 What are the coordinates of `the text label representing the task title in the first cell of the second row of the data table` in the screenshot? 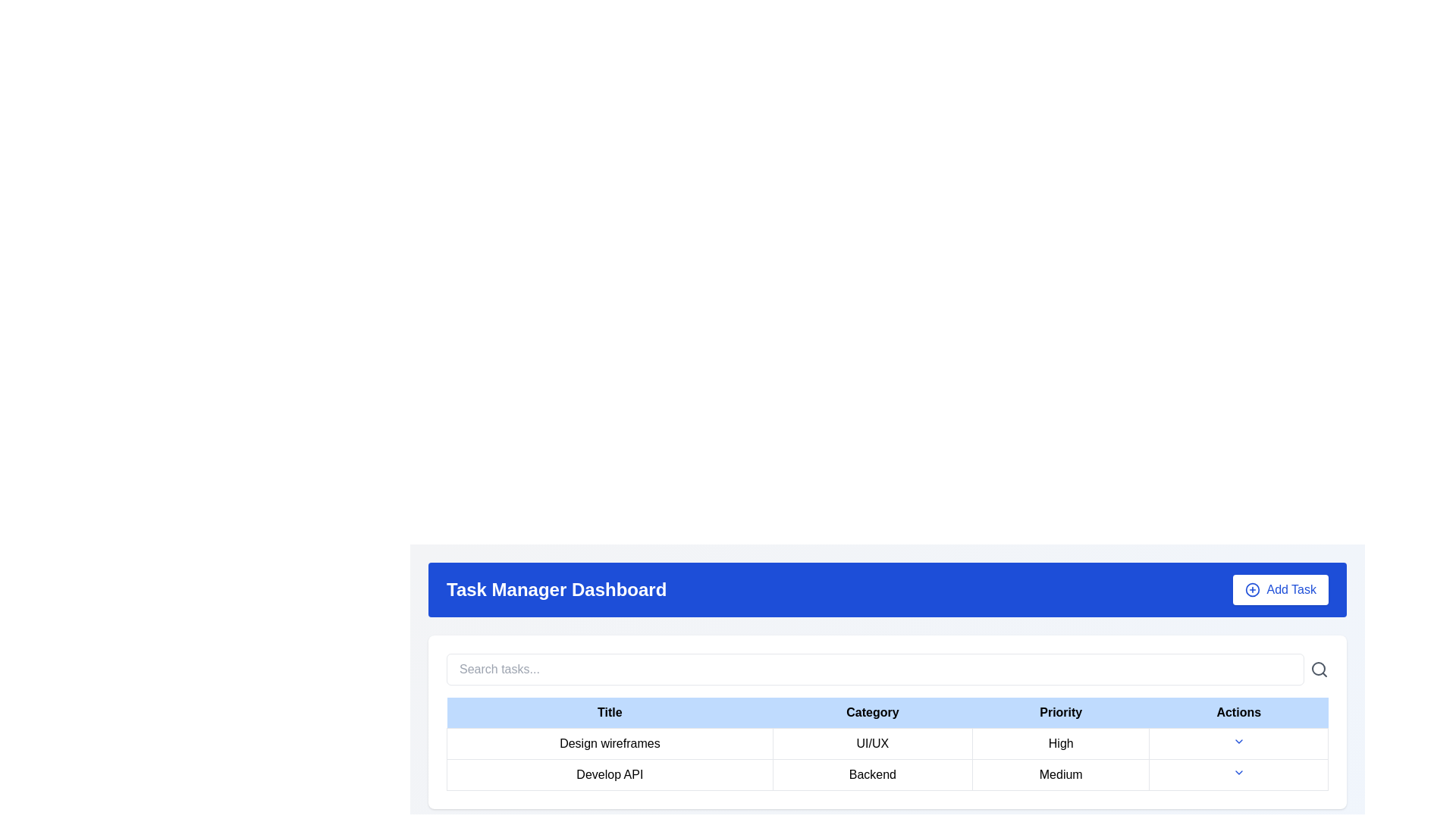 It's located at (610, 775).